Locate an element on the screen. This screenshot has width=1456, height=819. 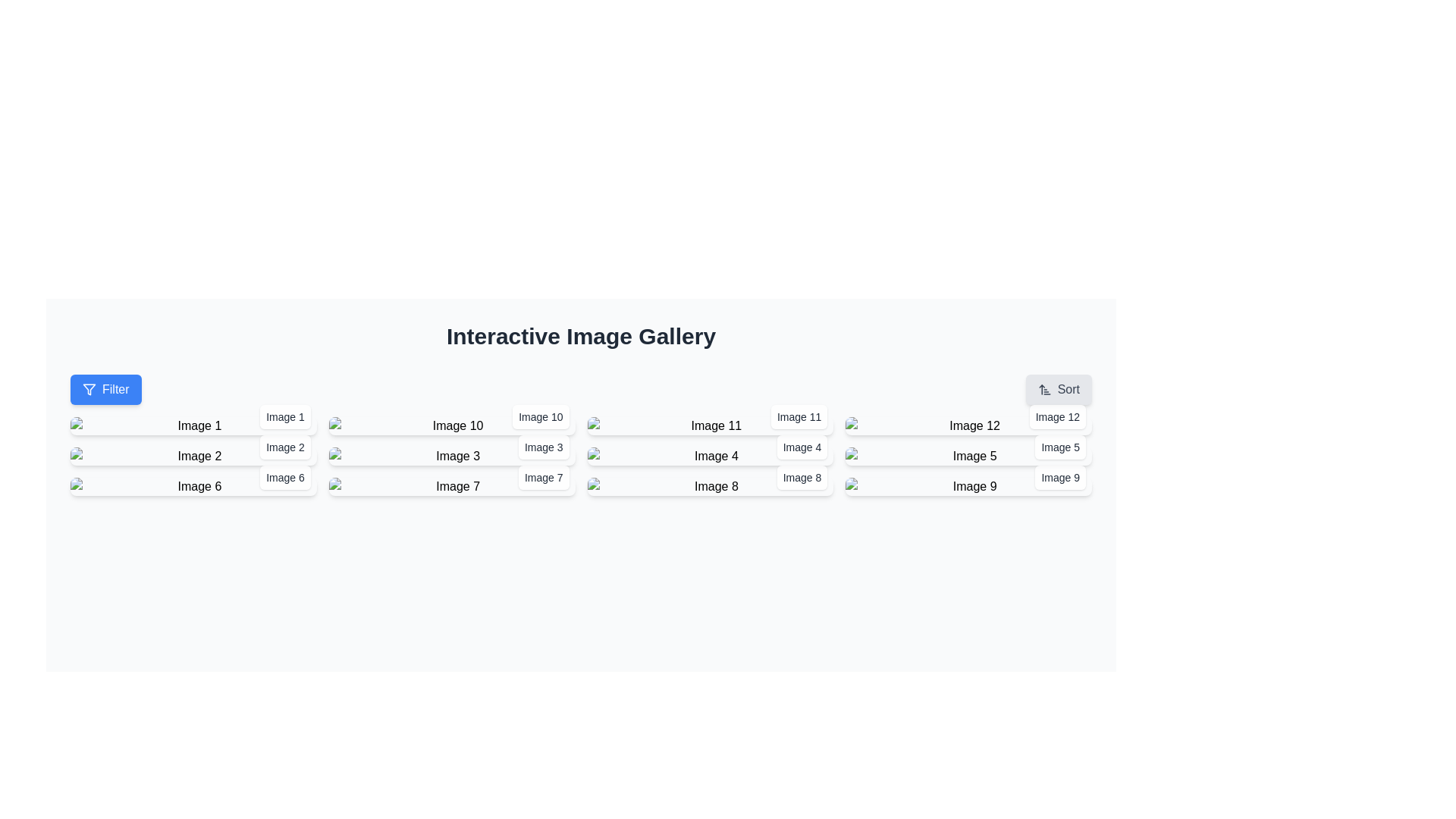
the text content within the clickable button that filters displayed content, located on the left side of the interface near the top of a grid of image-related controls is located at coordinates (115, 388).